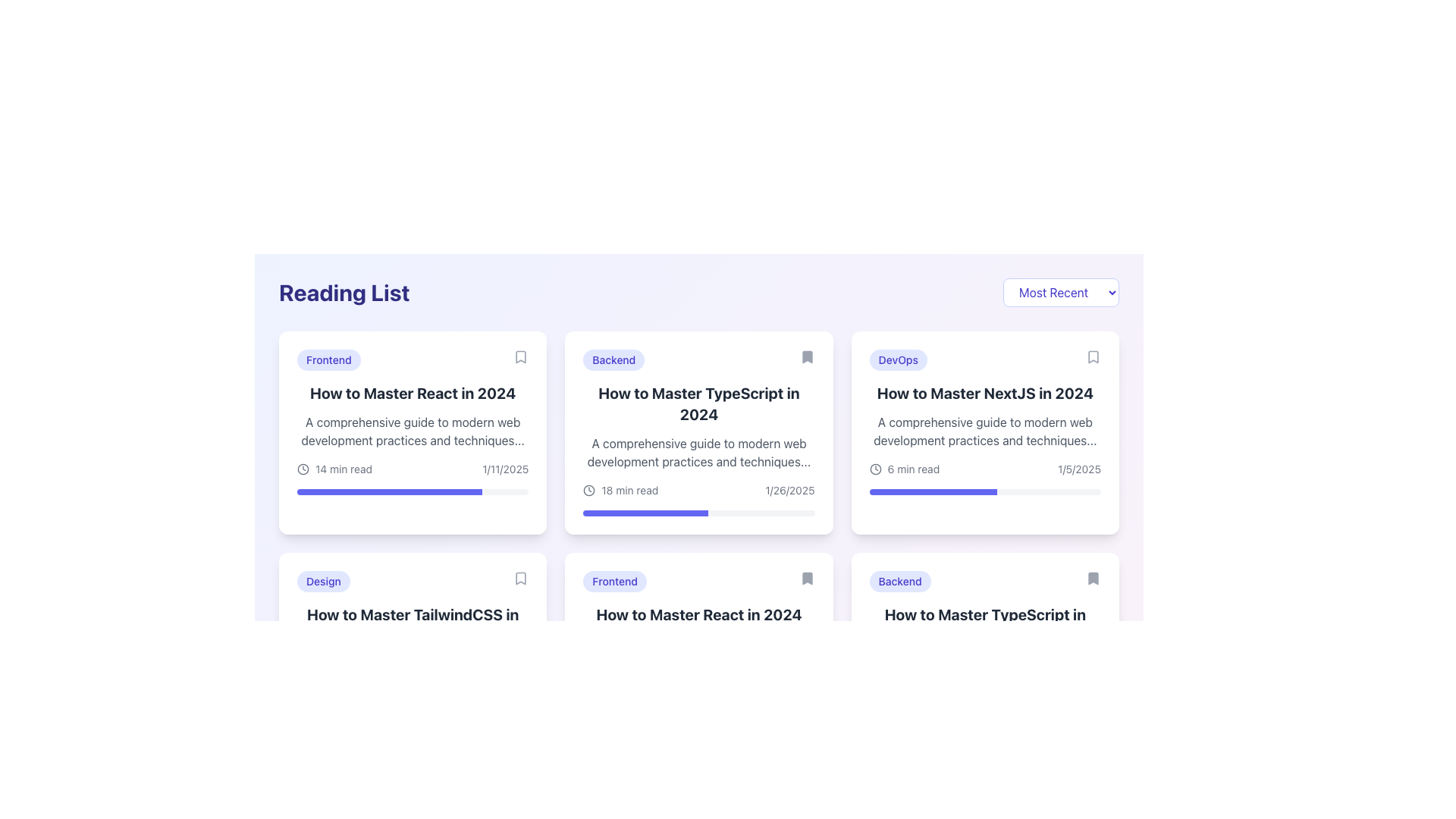 This screenshot has width=1456, height=819. Describe the element at coordinates (521, 579) in the screenshot. I see `the bookmark icon located in the top-right corner of the first card in the second row of the Reading List` at that location.